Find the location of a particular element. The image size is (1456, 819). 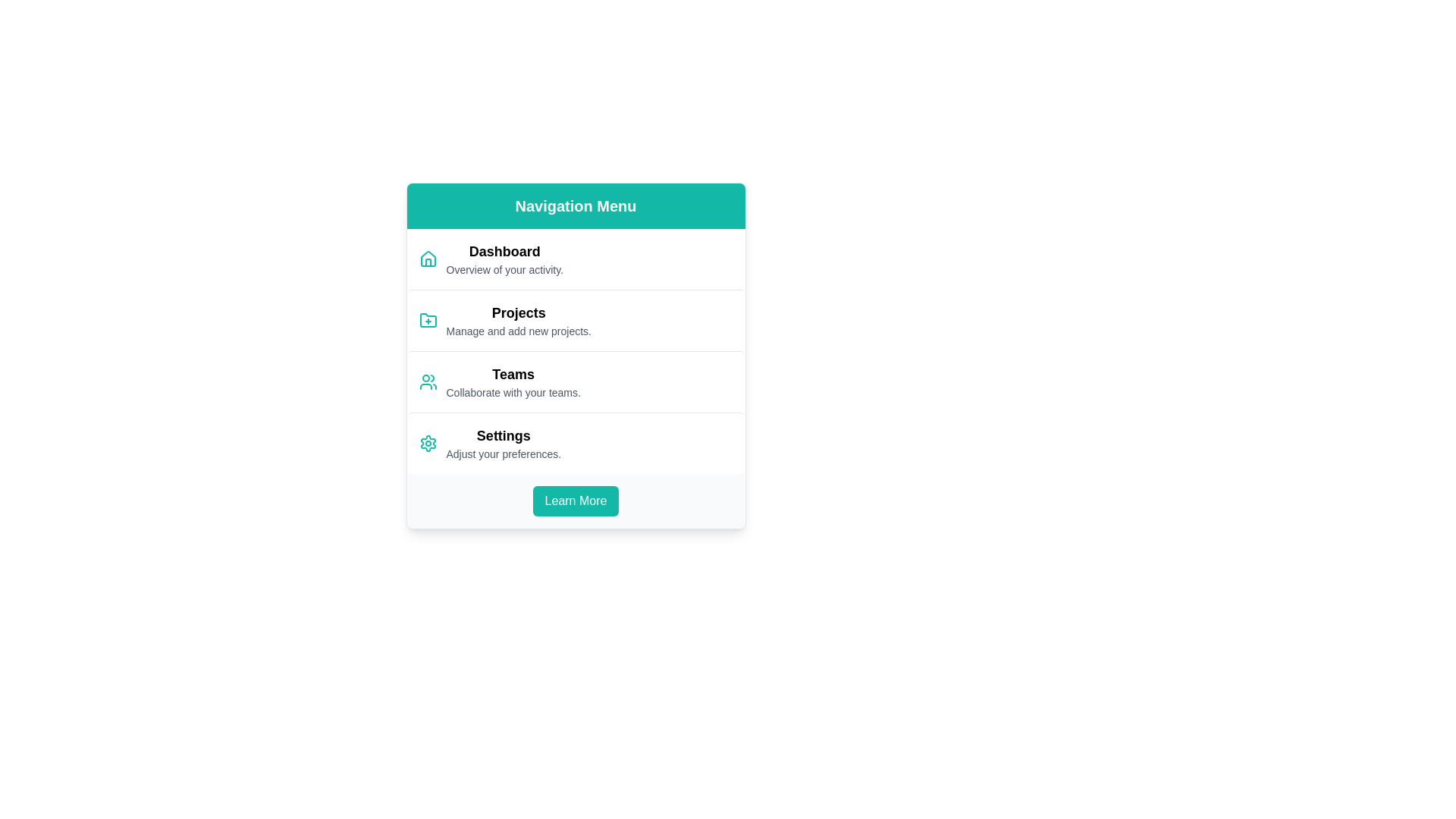

the text element displaying 'Manage and add new projects.' which is located directly underneath the 'Projects' title in the navigation menu is located at coordinates (519, 330).